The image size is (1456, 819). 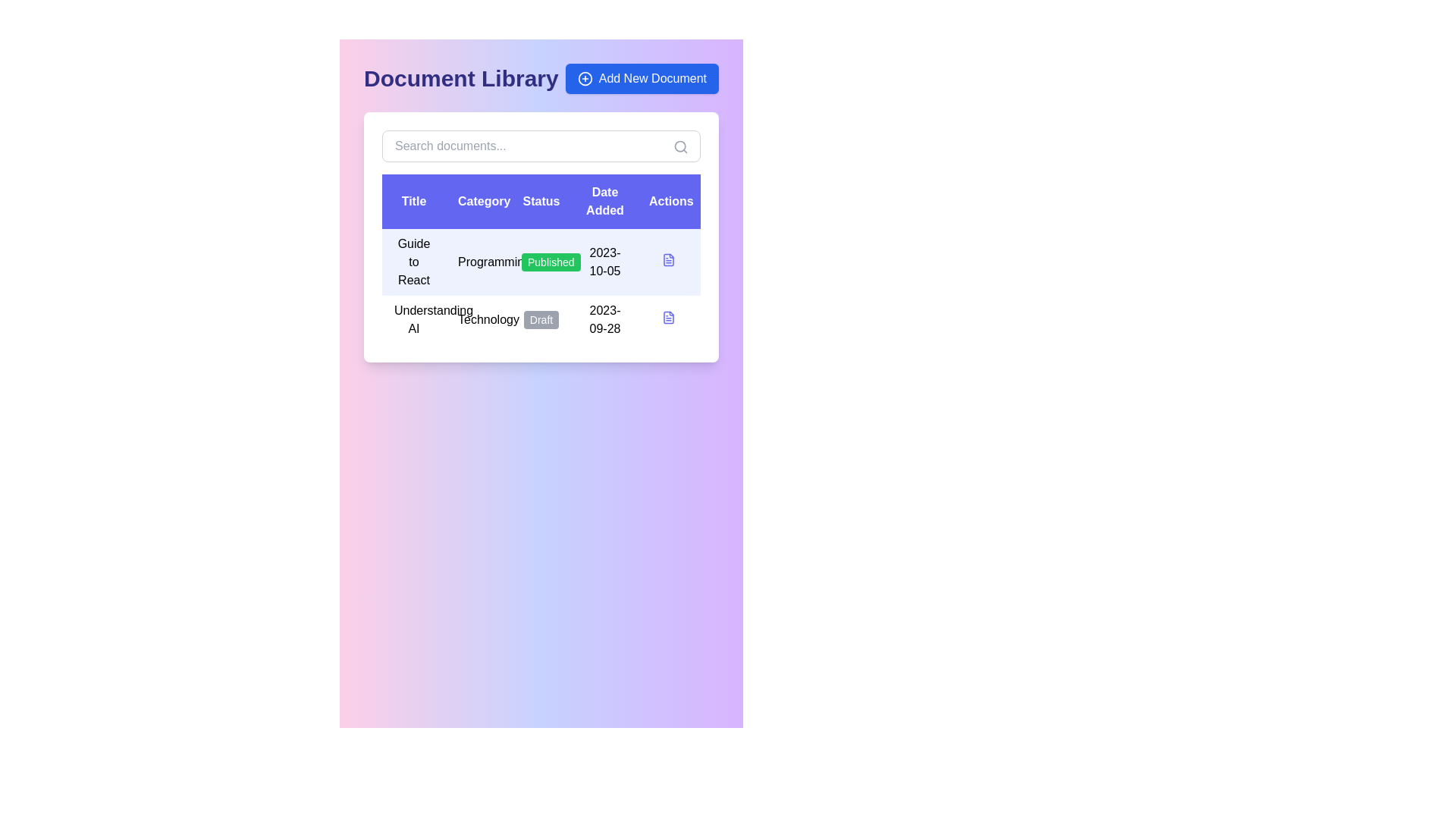 I want to click on the first column header labeled 'Titles' in the table header row, so click(x=414, y=201).